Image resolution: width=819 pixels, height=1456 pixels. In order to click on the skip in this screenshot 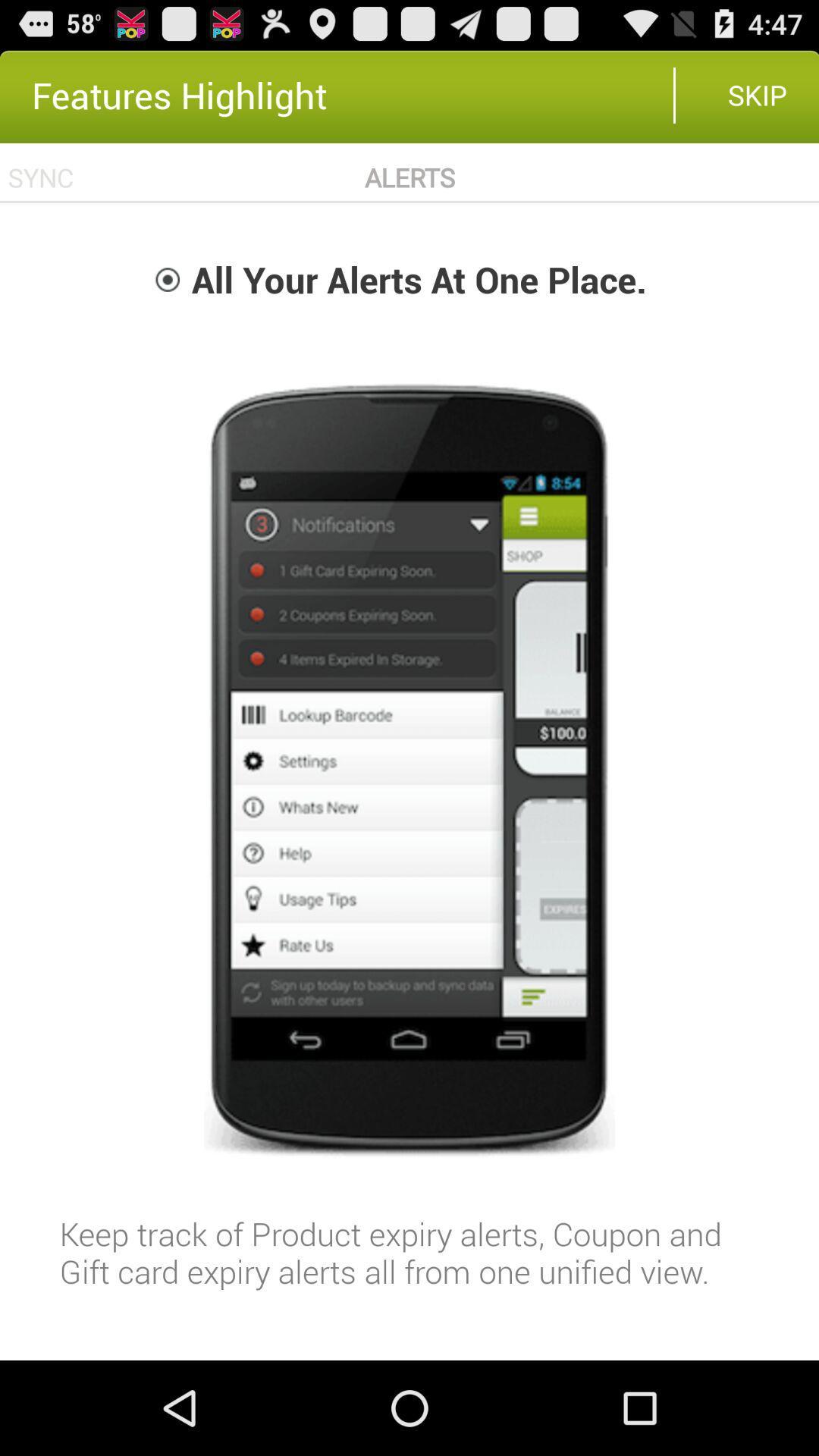, I will do `click(758, 94)`.